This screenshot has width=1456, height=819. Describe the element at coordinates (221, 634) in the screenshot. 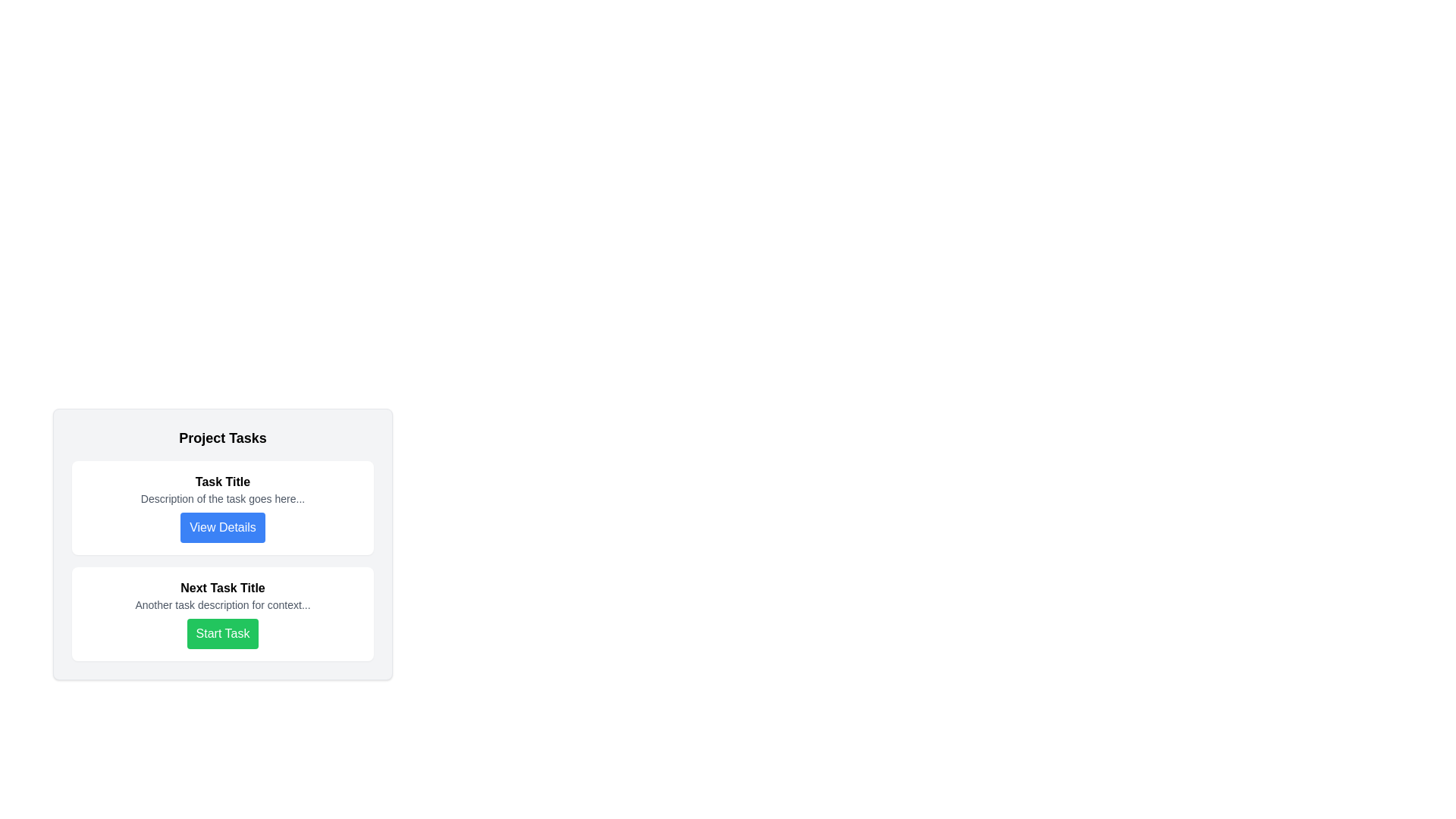

I see `the 'Start Task' button with a green background and white text located at the bottom of the task card labeled 'Next Task Title'` at that location.